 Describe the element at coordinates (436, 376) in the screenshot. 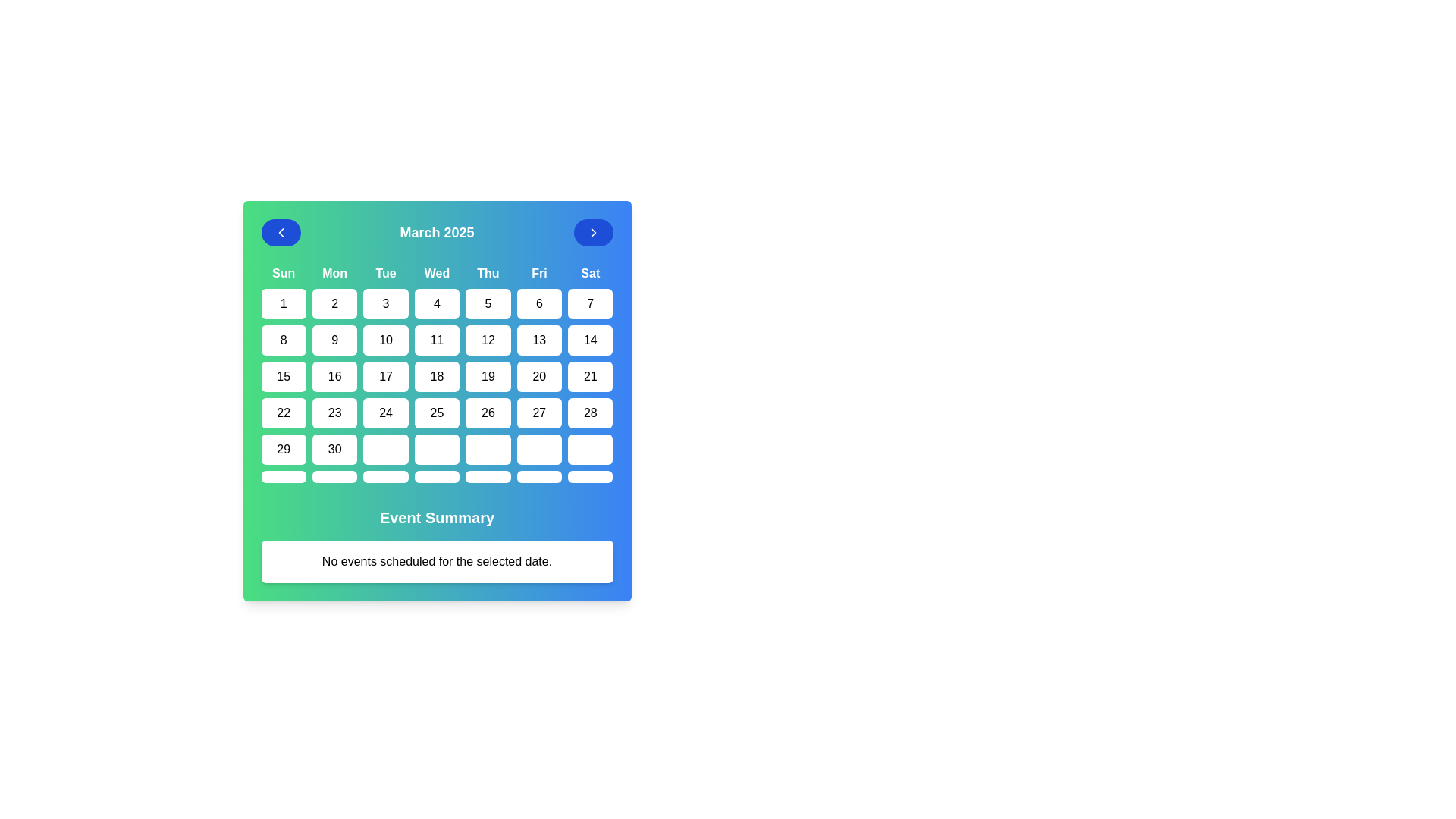

I see `the button representing the 18th of March in the calendar interface` at that location.